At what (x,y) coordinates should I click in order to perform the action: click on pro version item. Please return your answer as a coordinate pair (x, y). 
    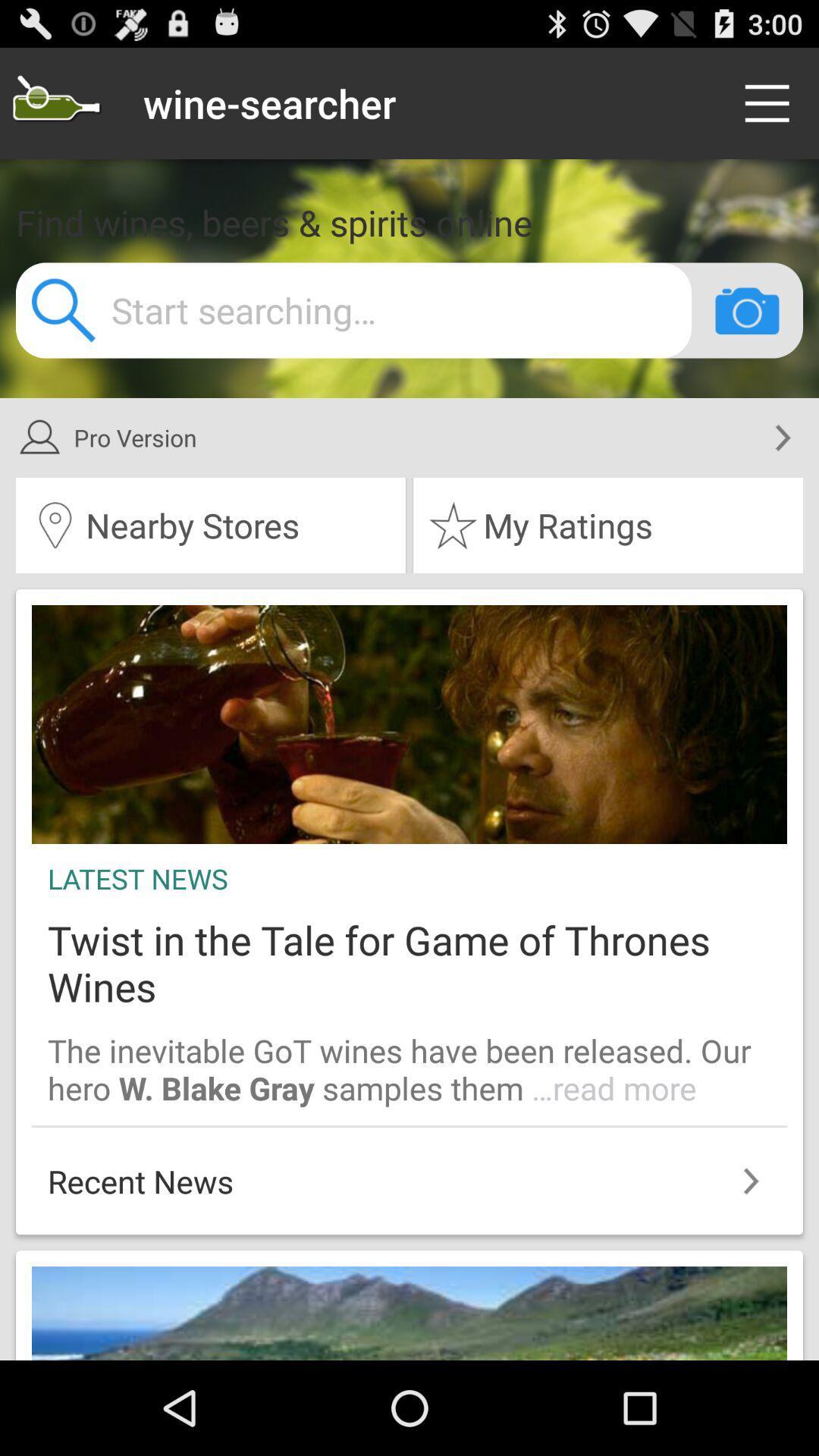
    Looking at the image, I should click on (388, 437).